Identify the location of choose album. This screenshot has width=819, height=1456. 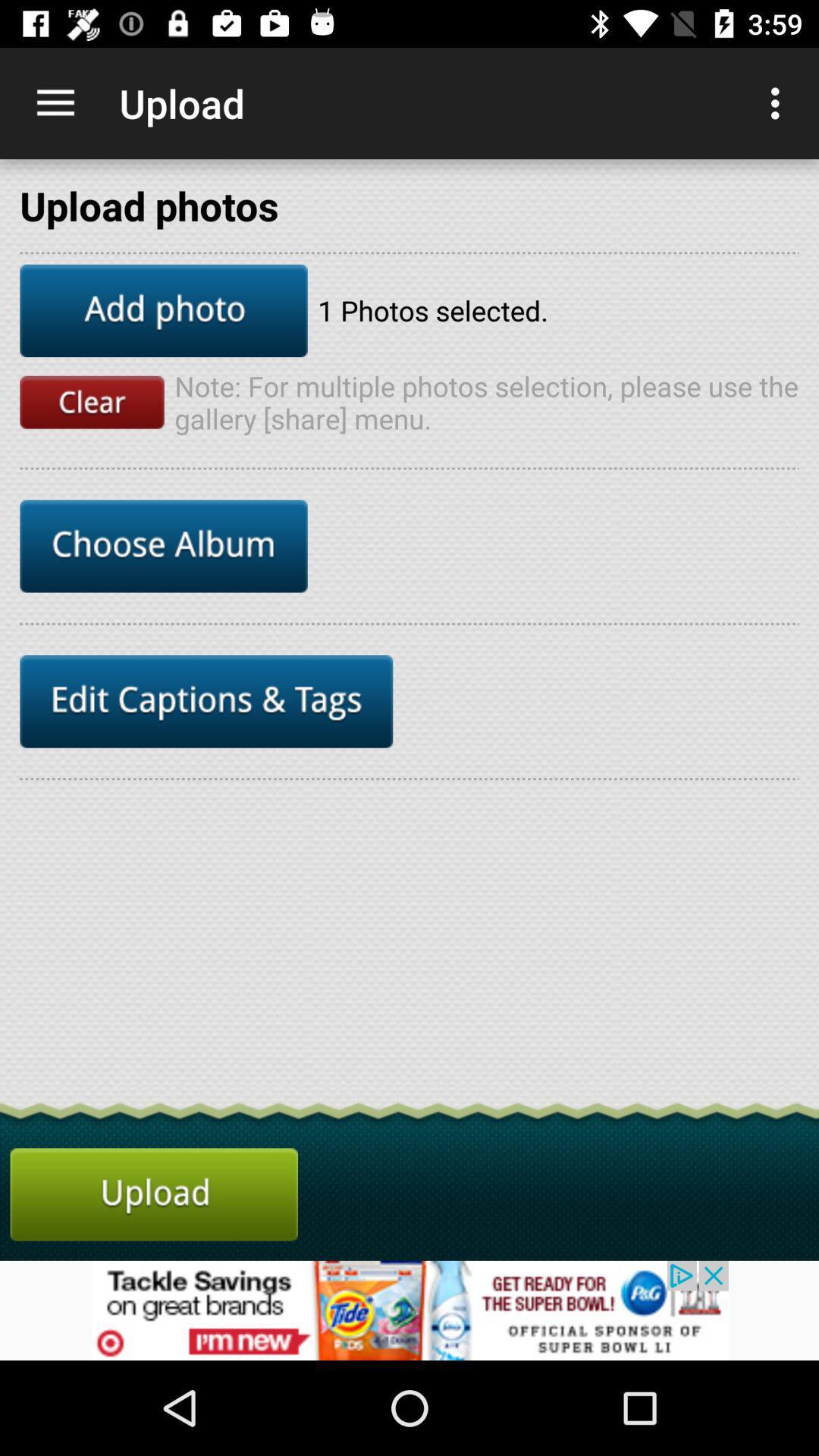
(164, 546).